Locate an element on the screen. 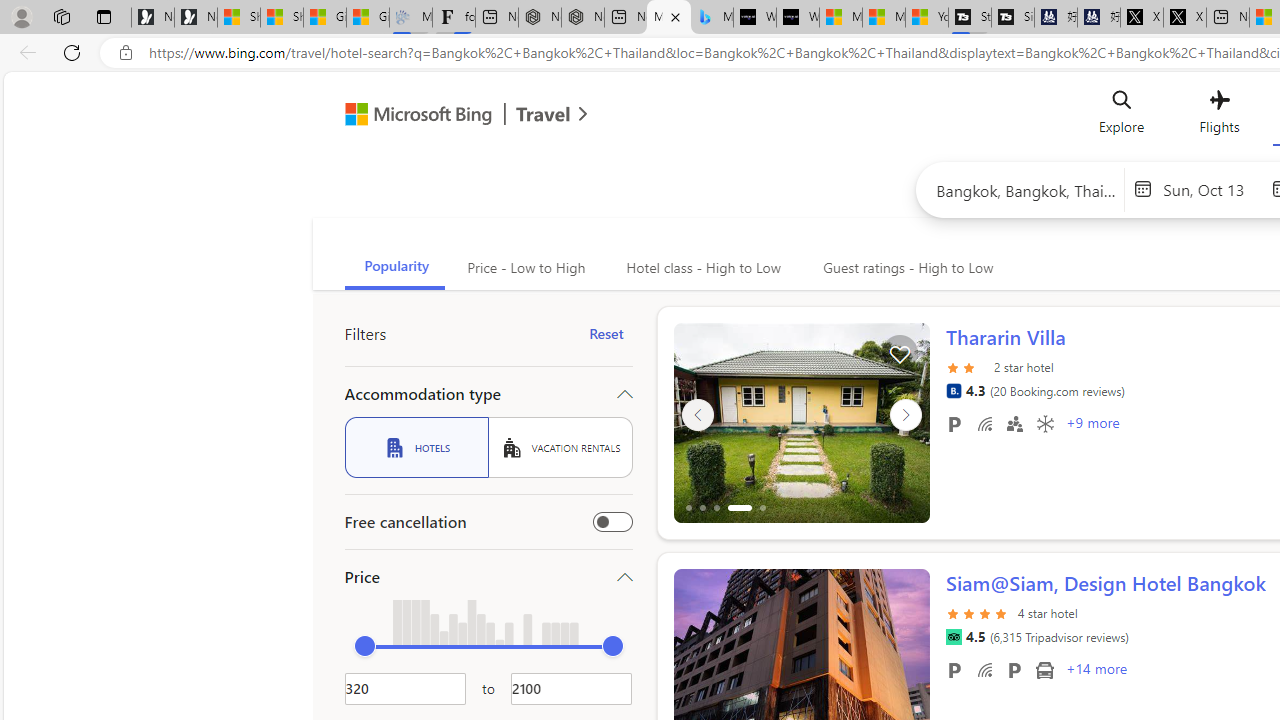 The image size is (1280, 720). 'Hotel class - High to Low' is located at coordinates (701, 267).